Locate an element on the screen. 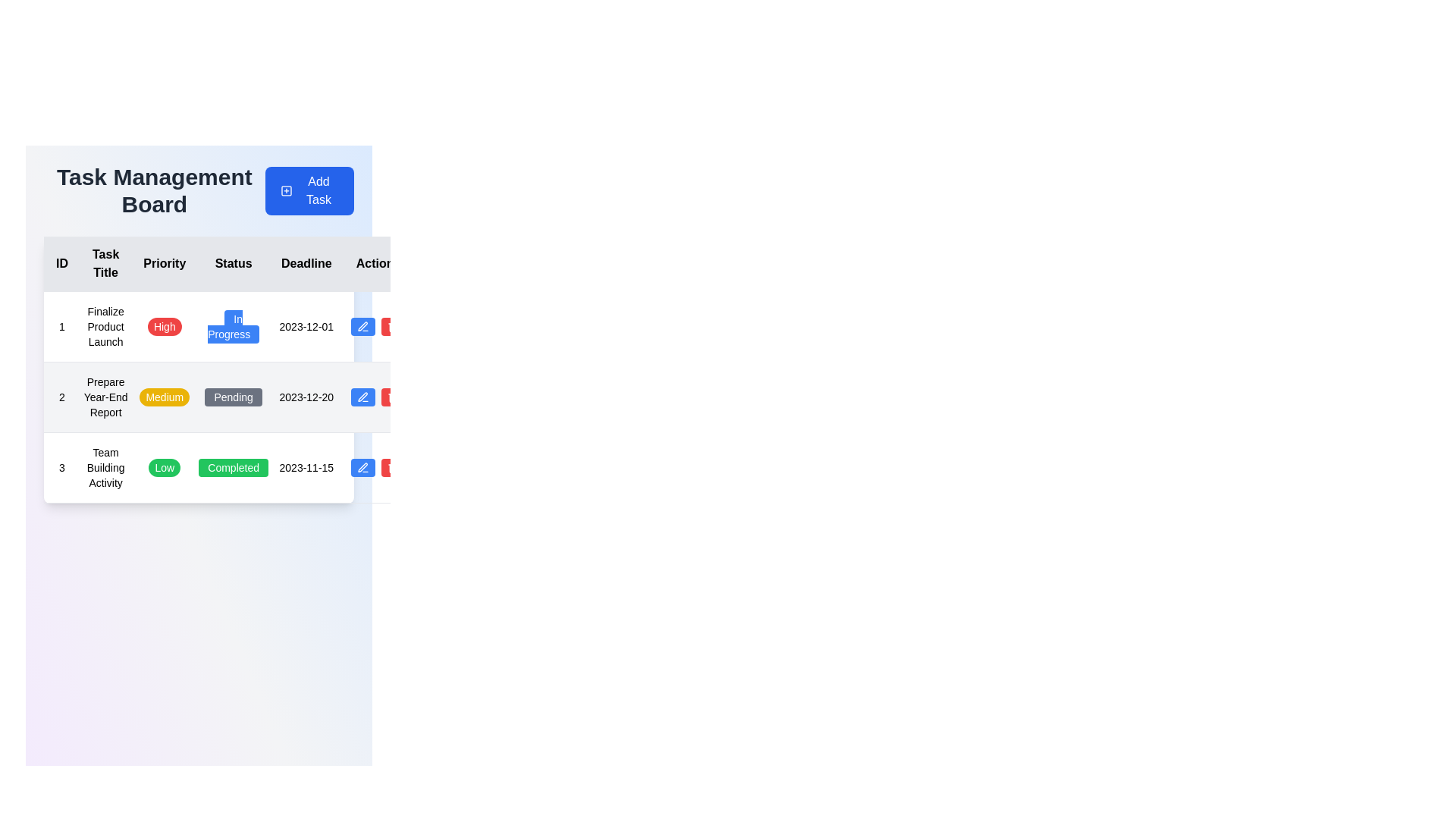  the 'Task Title' text label, which is the second column header in the table's header row, positioned between the 'ID' and 'Priority' columns is located at coordinates (105, 263).